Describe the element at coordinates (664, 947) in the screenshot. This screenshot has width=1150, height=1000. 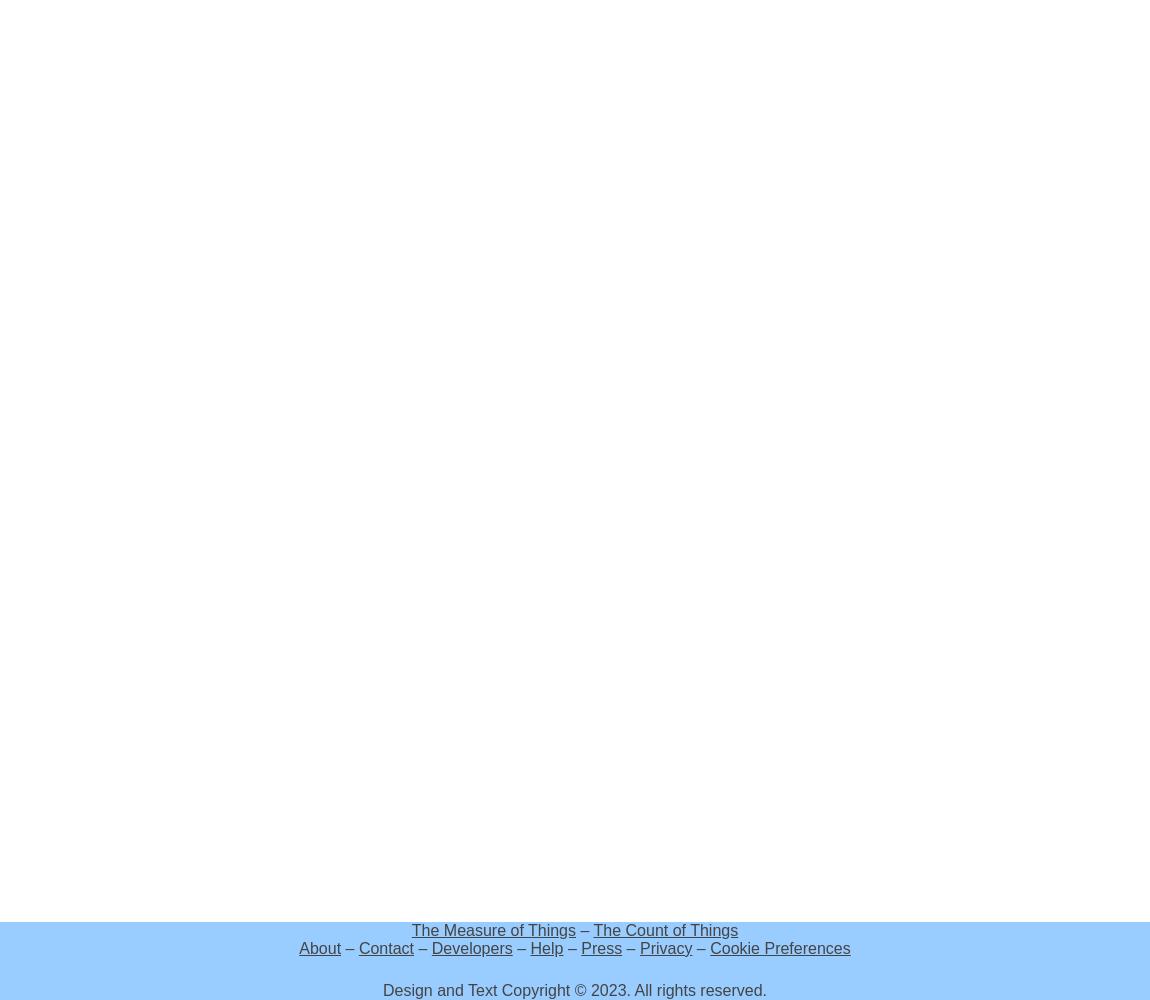
I see `'Privacy'` at that location.